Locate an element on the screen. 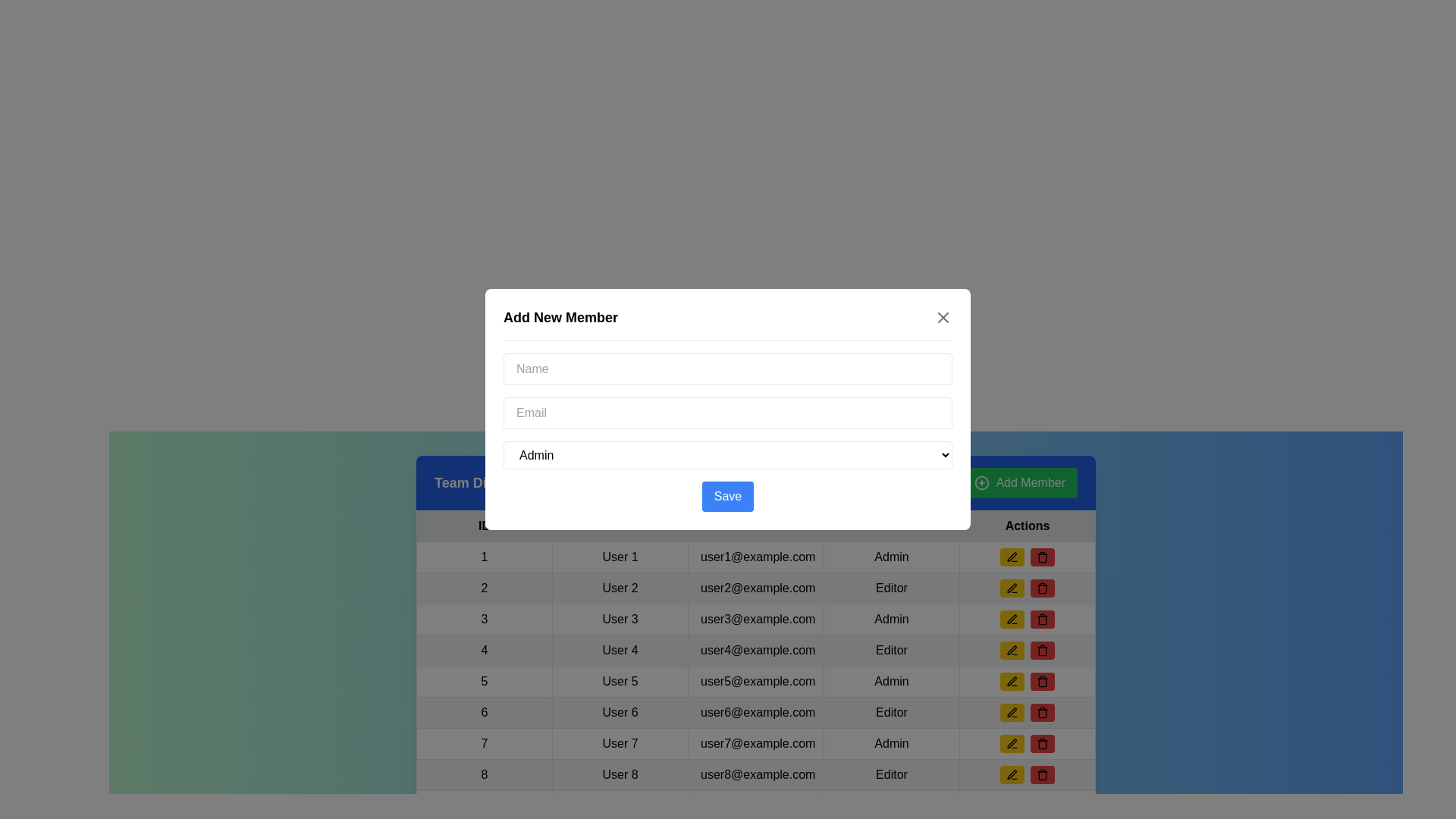 The height and width of the screenshot is (819, 1456). text content of the 'Admin' role label located in the fourth cell of the user data management table row is located at coordinates (892, 680).